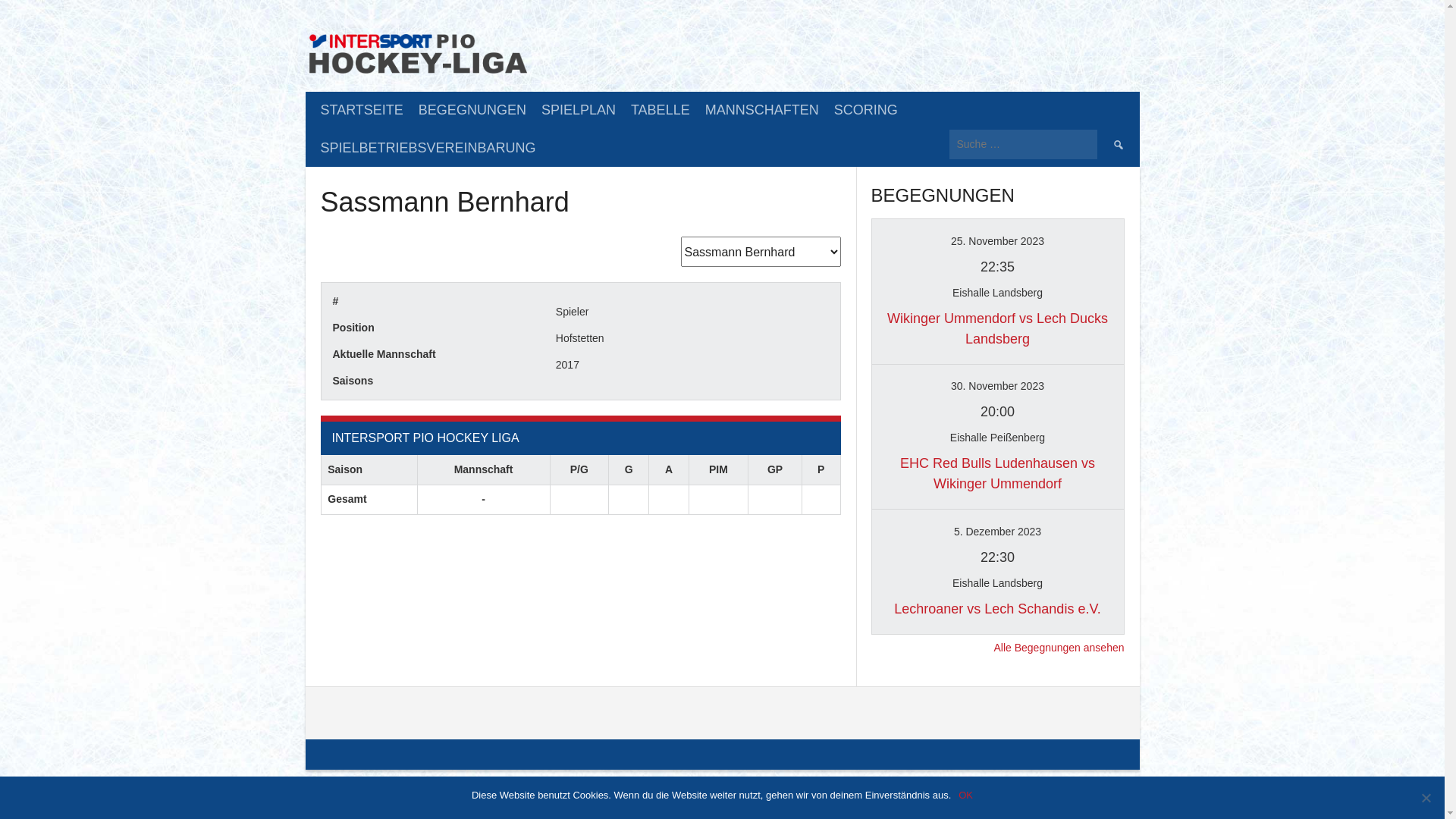  Describe the element at coordinates (997, 240) in the screenshot. I see `'25. November 2023'` at that location.